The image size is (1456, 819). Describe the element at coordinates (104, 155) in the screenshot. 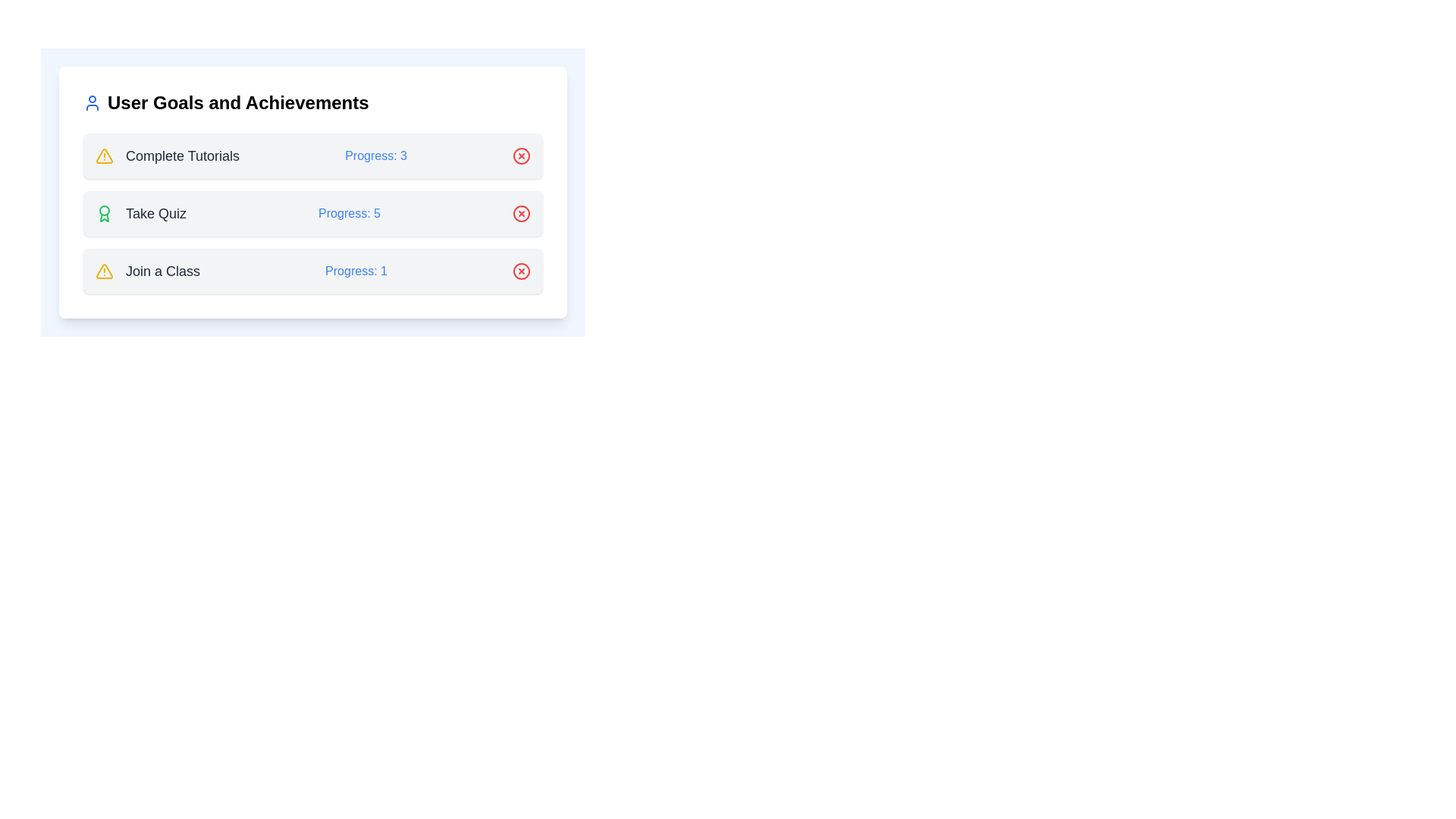

I see `the triangular yellow icon with a bold border resembling a warning or alert symbol located in the 'Join a Class' section under the 'User Goals and Achievements' header` at that location.